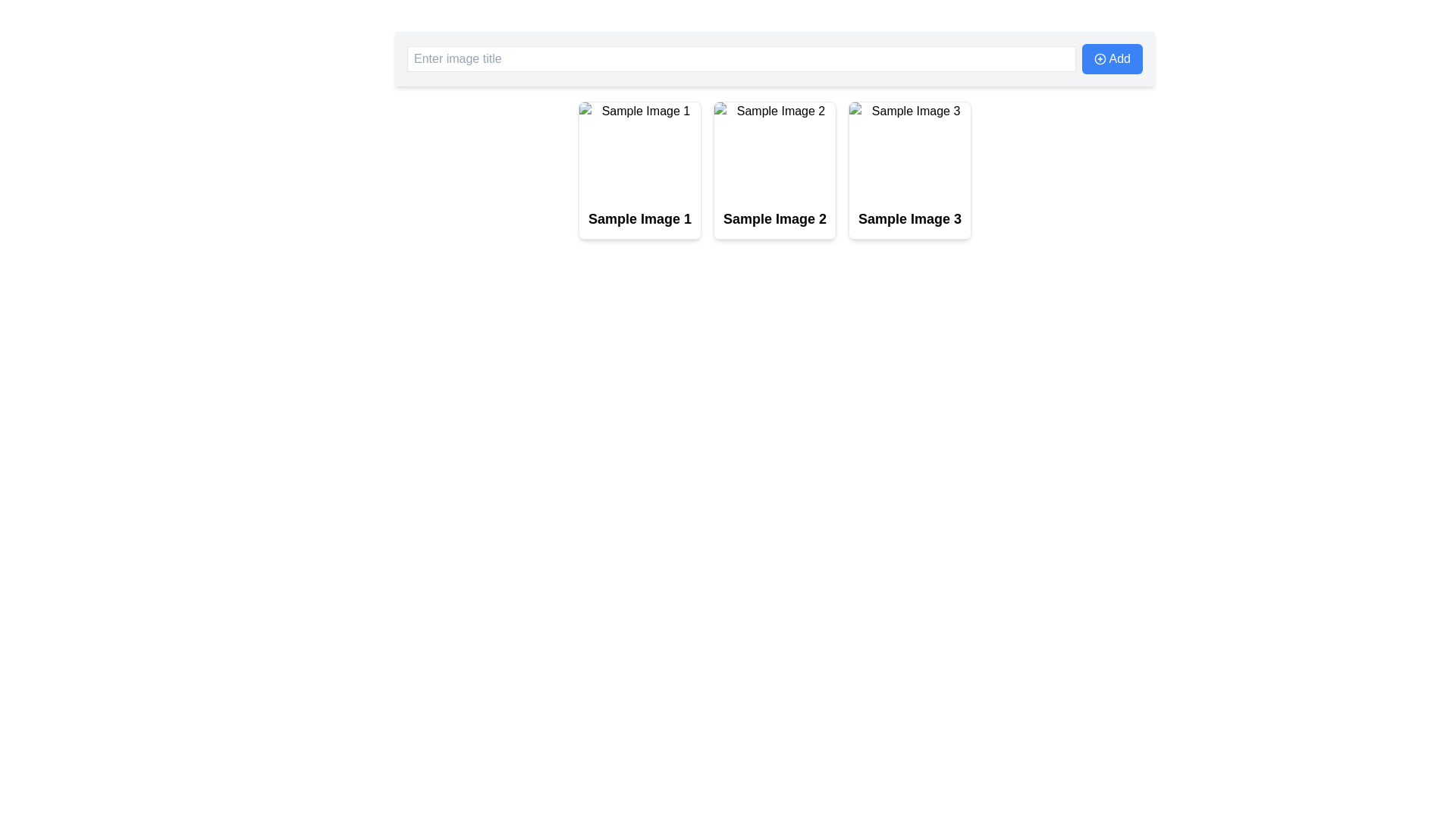 The image size is (1456, 819). I want to click on the composite input field and action button for adding an image title, located at the top of the interface, horizontally centered, so click(775, 58).